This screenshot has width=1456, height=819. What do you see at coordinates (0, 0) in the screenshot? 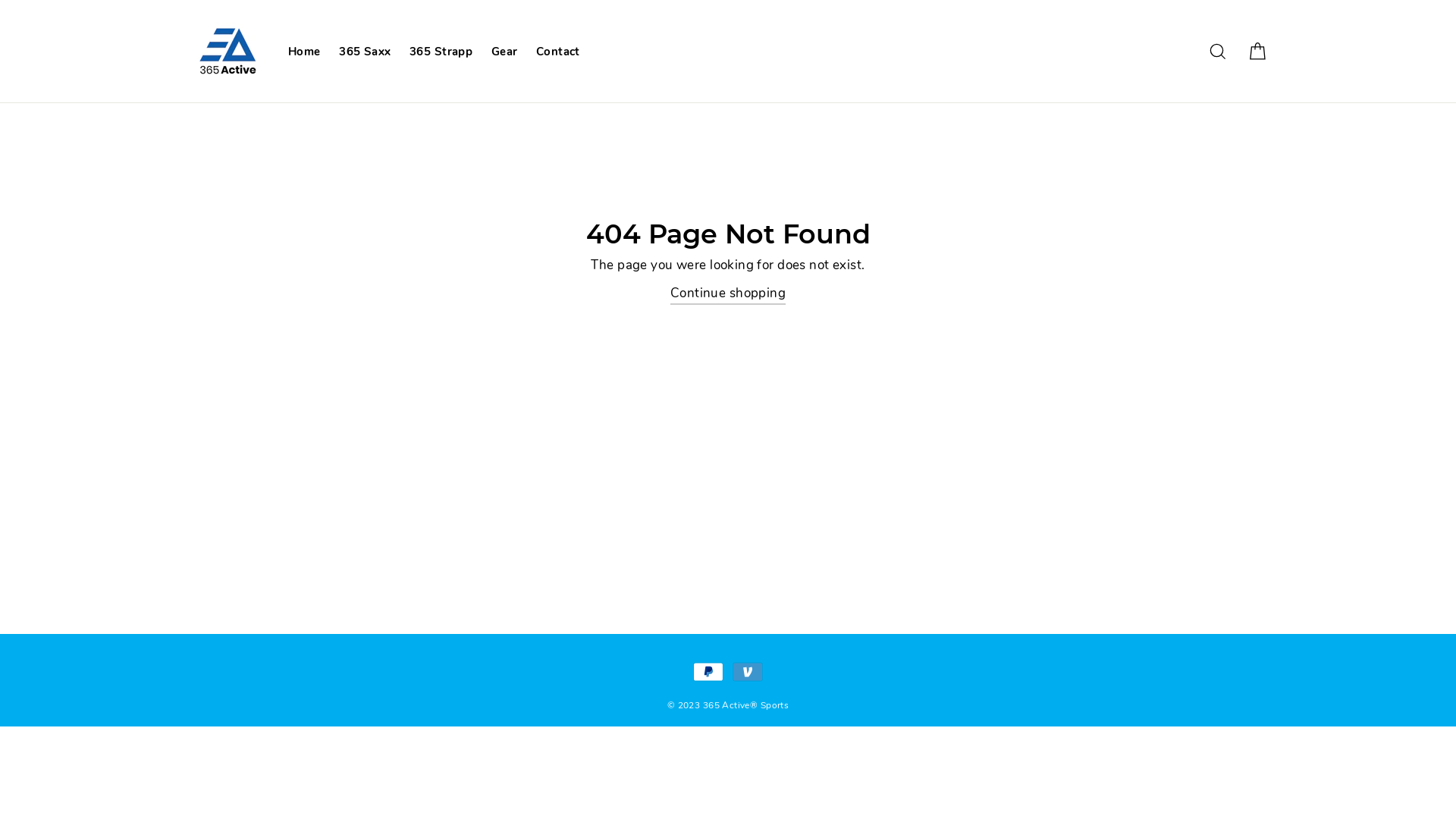
I see `'Skip to content'` at bounding box center [0, 0].